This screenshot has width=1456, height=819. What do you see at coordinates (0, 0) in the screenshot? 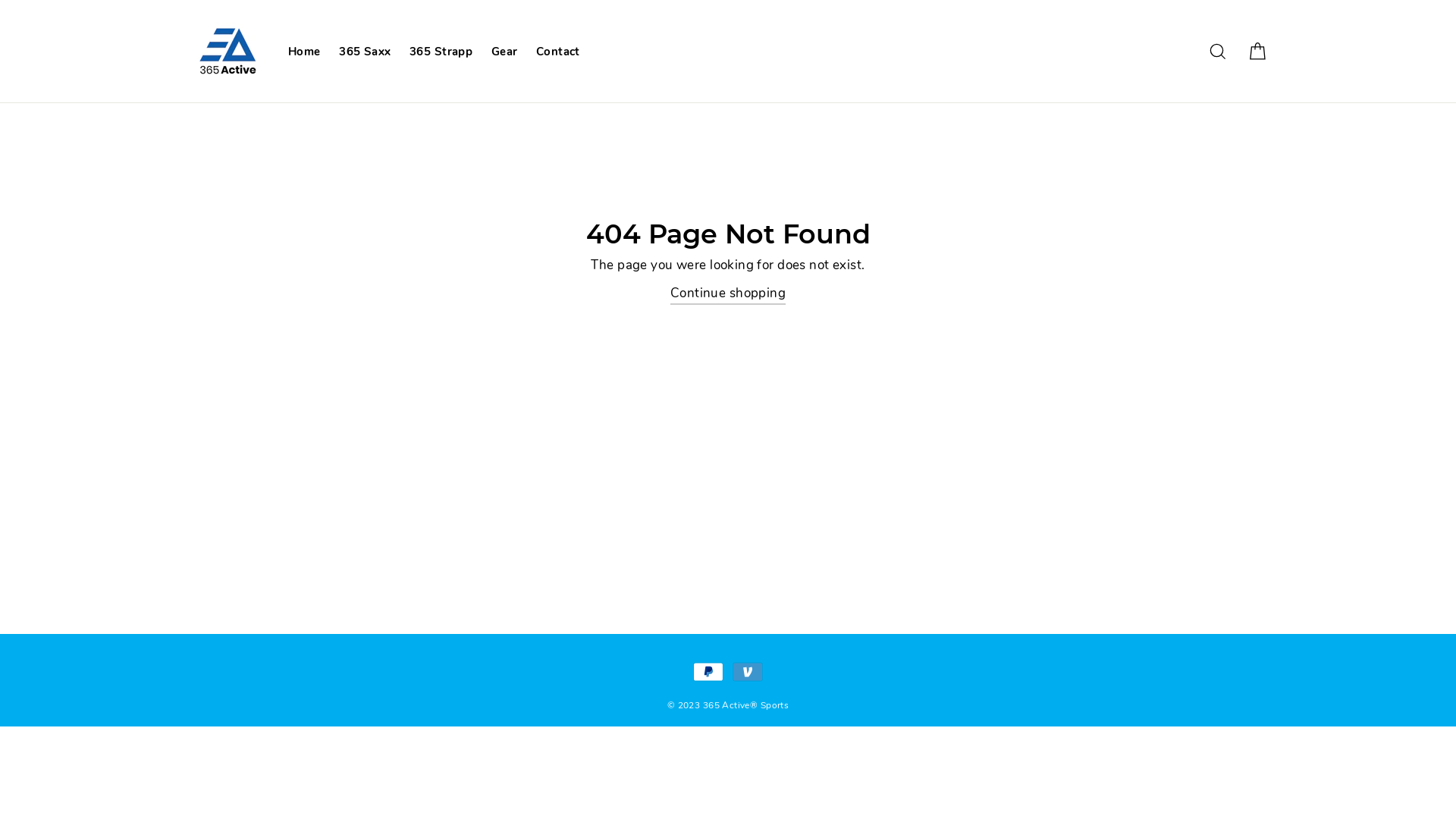
I see `'Skip to content'` at bounding box center [0, 0].